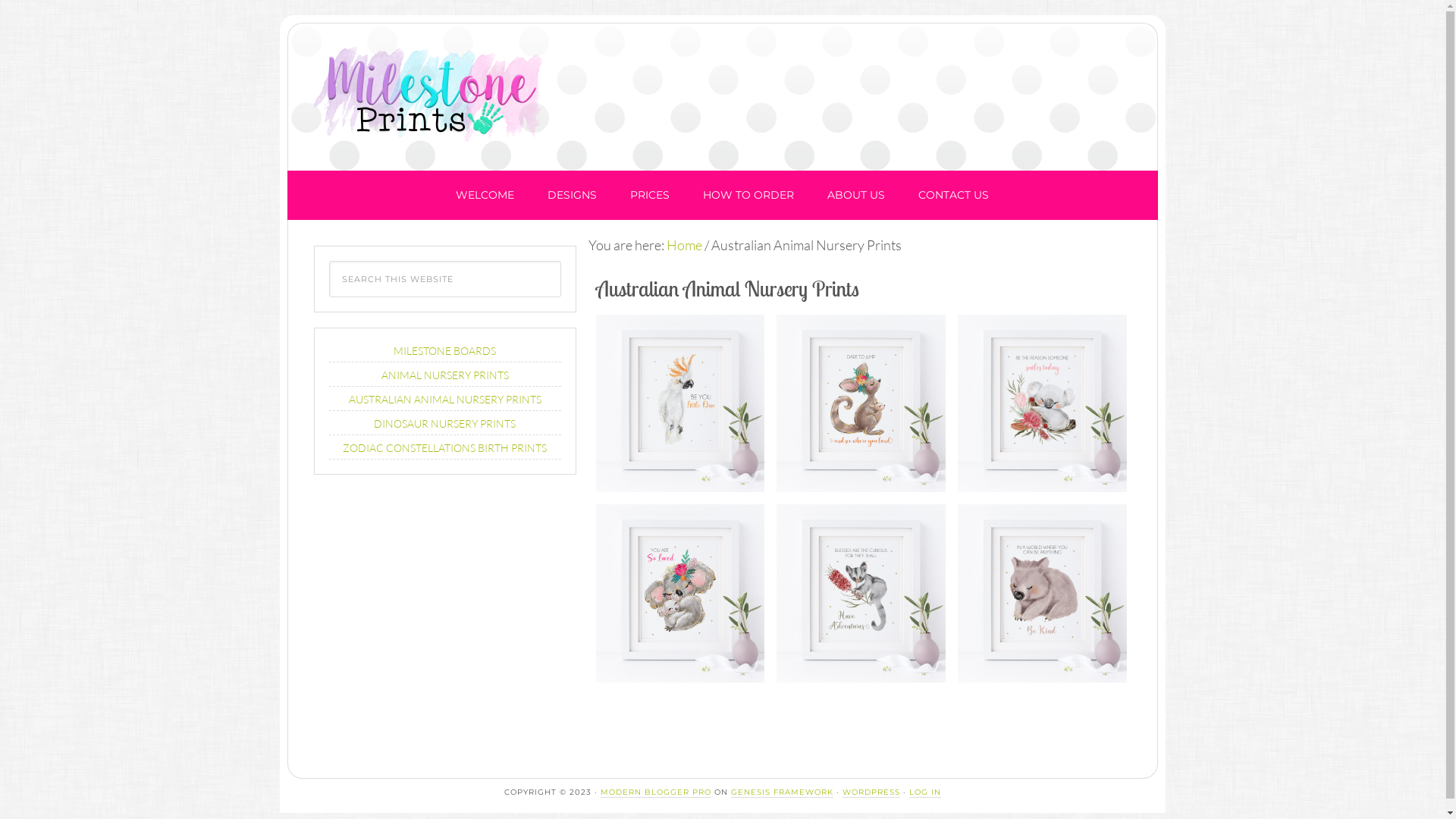  Describe the element at coordinates (952, 194) in the screenshot. I see `'CONTACT US'` at that location.